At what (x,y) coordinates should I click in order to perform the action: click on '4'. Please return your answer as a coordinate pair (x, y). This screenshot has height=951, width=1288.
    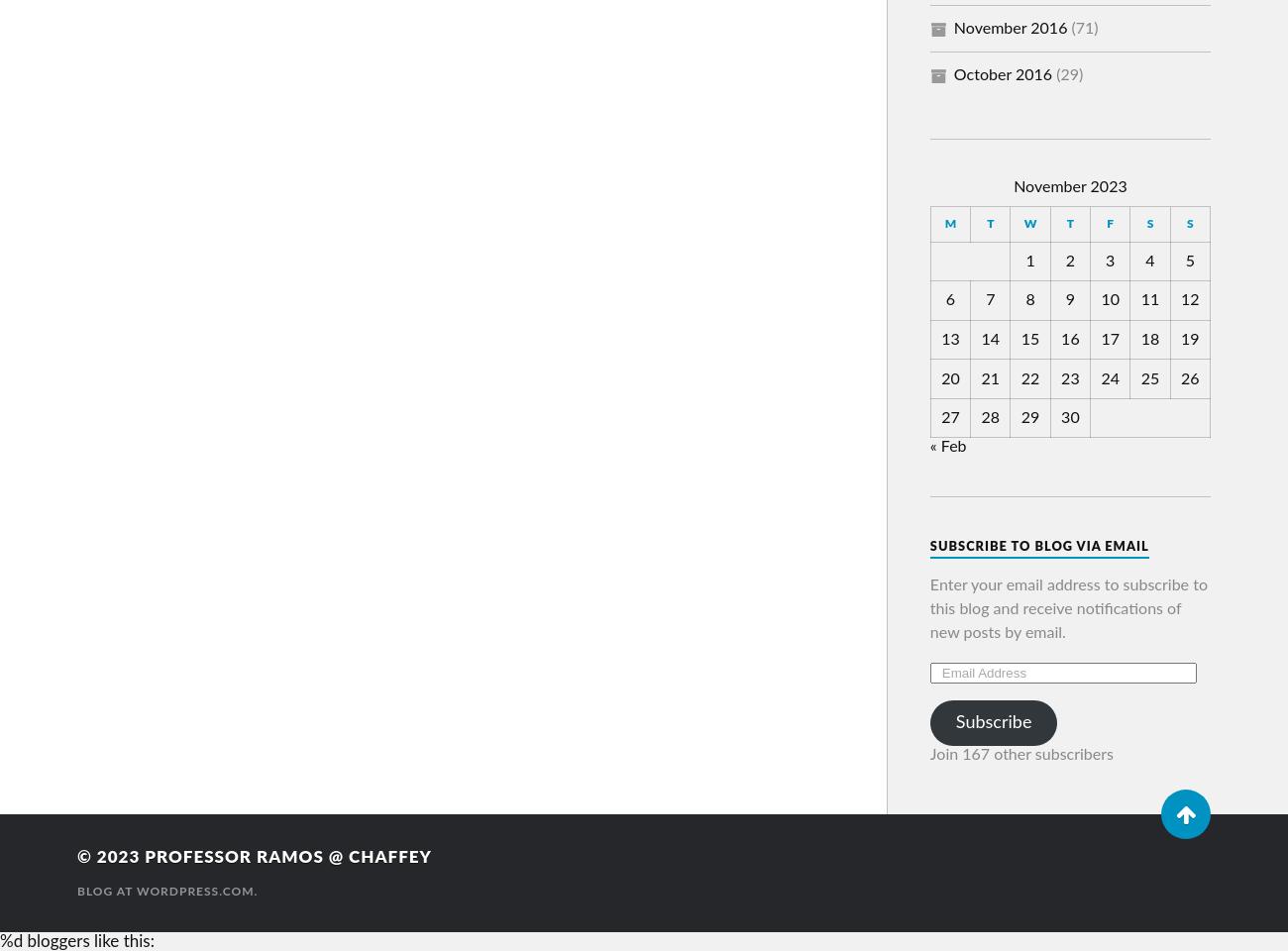
    Looking at the image, I should click on (1144, 260).